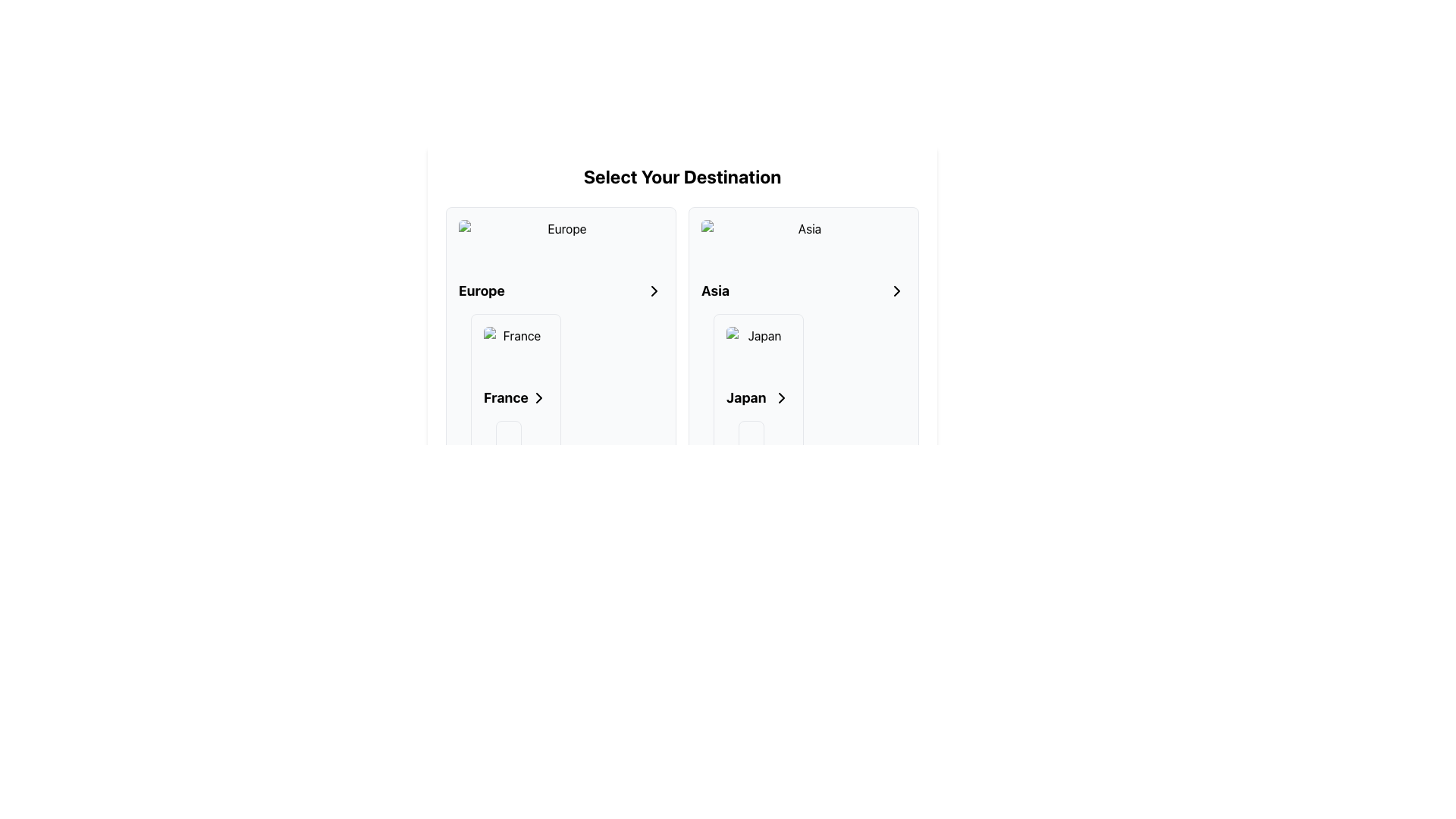 Image resolution: width=1456 pixels, height=819 pixels. What do you see at coordinates (803, 379) in the screenshot?
I see `the 'Japan' navigation card located in the Asia category for keyboard navigation` at bounding box center [803, 379].